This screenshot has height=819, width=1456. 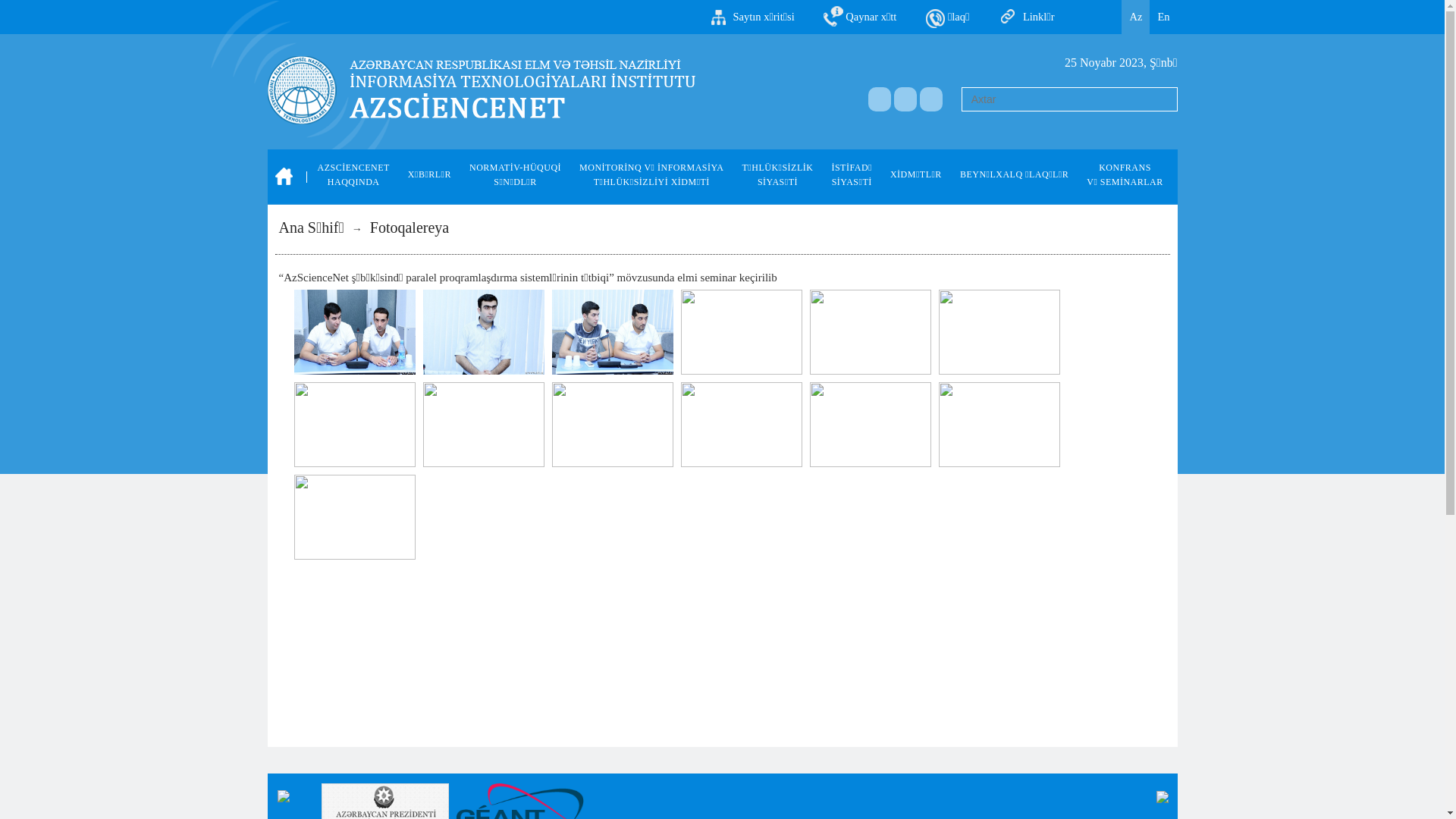 What do you see at coordinates (894, 99) in the screenshot?
I see `'a'` at bounding box center [894, 99].